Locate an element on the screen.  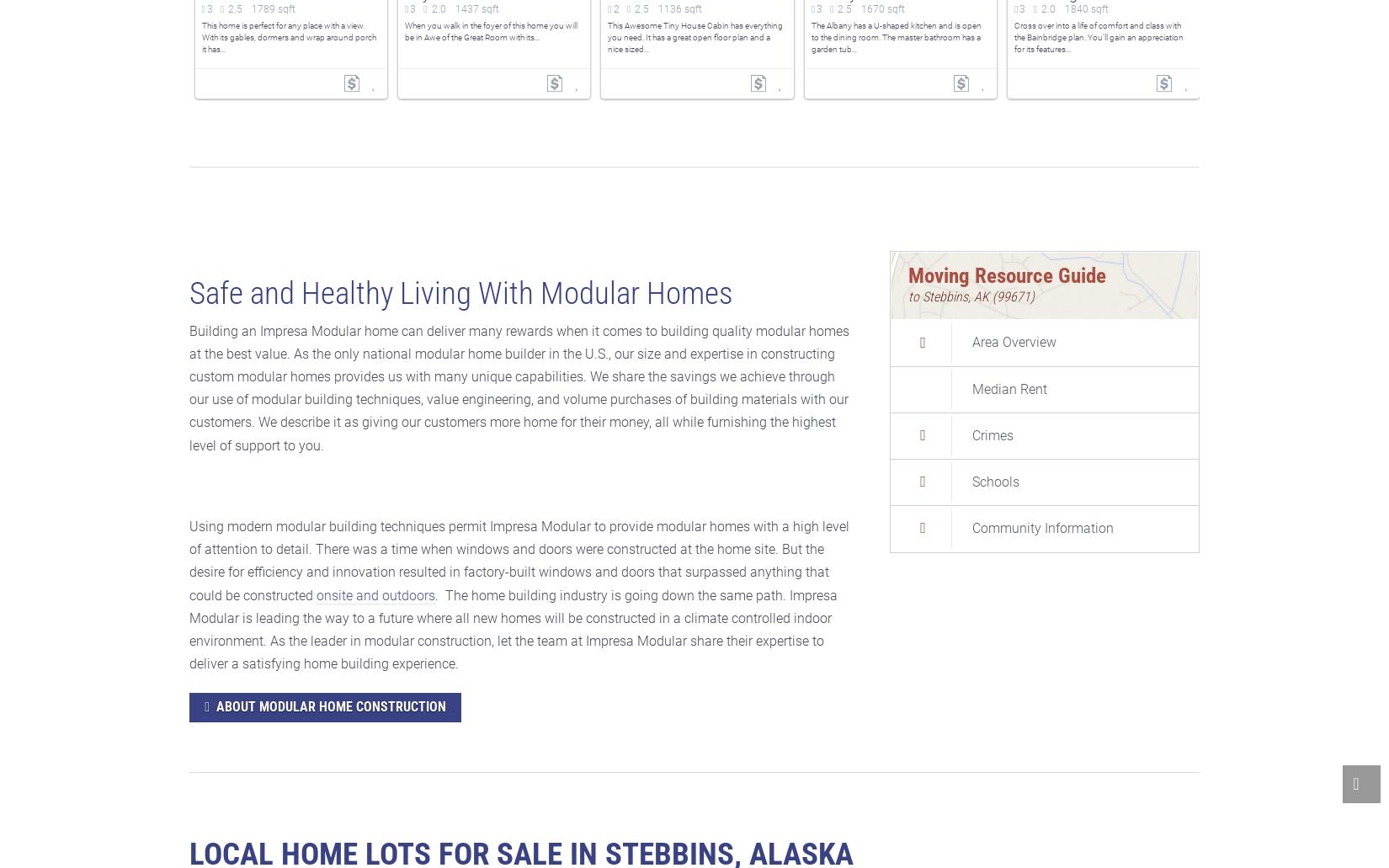
'Area Overview' is located at coordinates (1014, 341).